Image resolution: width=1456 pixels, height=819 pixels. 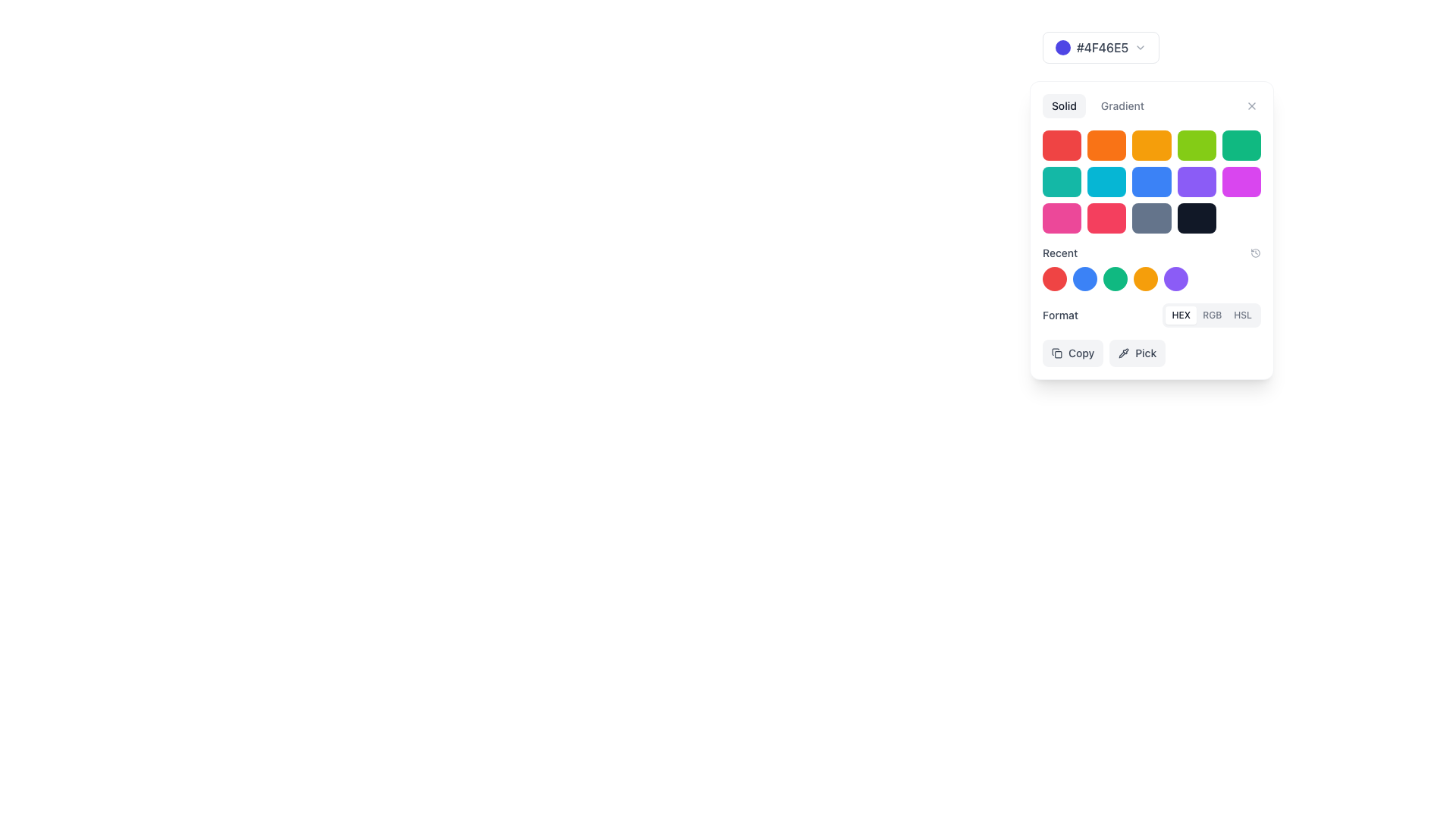 I want to click on the green color selection button located in the topmost row of the color-picker interface, which is the fifth button from the left in a group of five buttons, so click(x=1241, y=146).